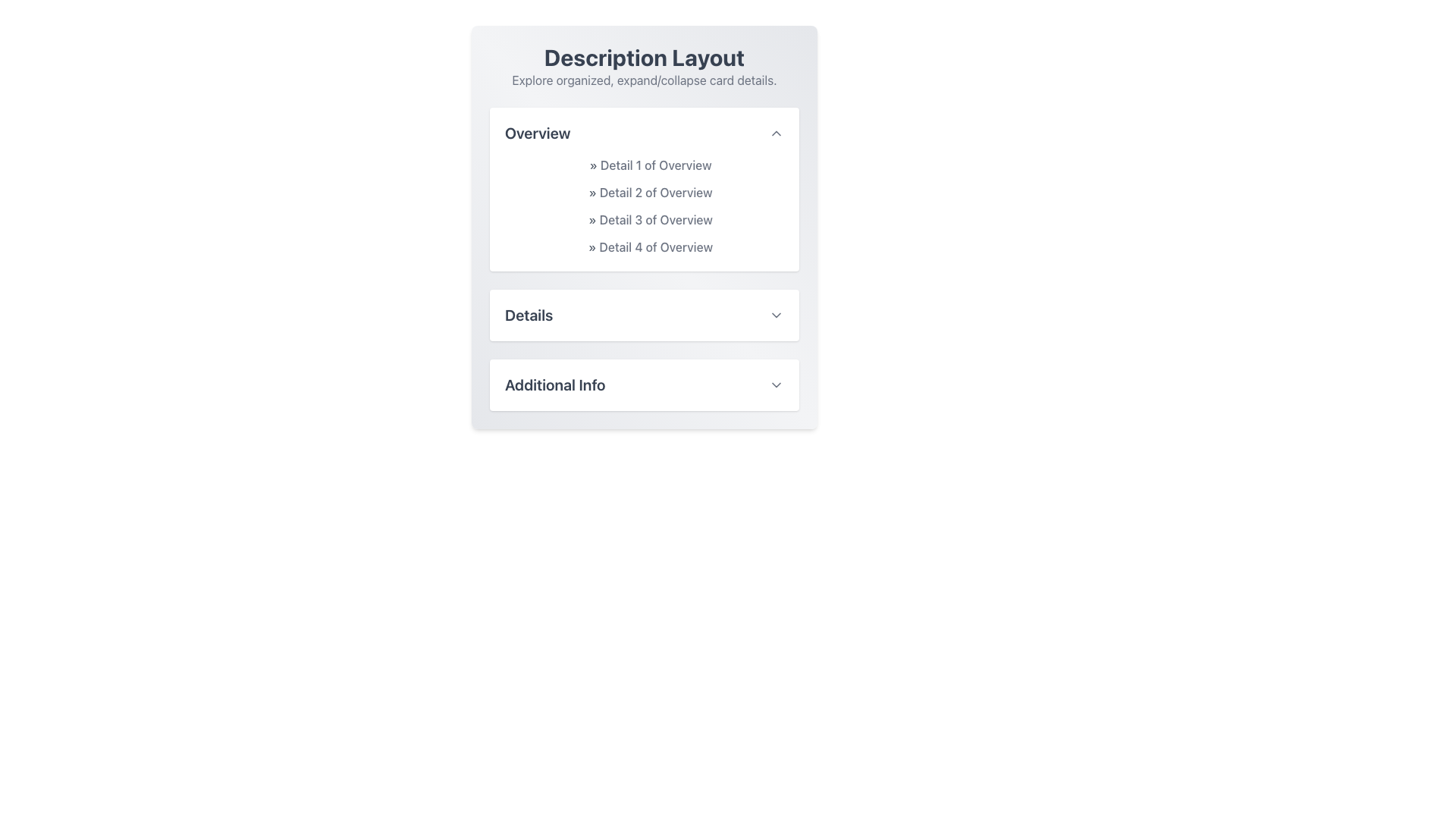 This screenshot has height=819, width=1456. What do you see at coordinates (594, 165) in the screenshot?
I see `the Decorative icon located at the left of the text 'Detail 1 of Overview' in the Overview section` at bounding box center [594, 165].